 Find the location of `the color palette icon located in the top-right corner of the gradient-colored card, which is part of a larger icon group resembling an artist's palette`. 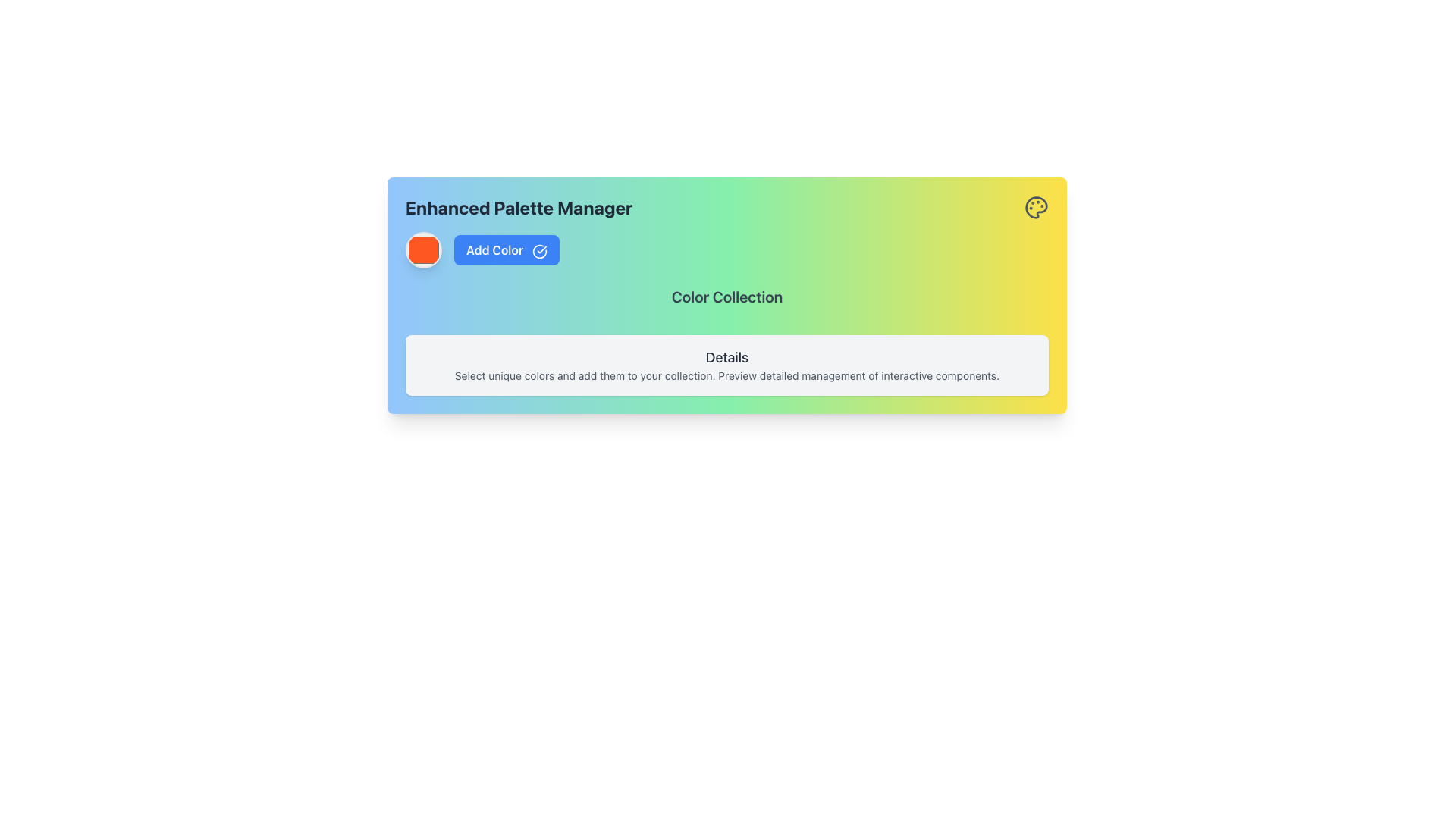

the color palette icon located in the top-right corner of the gradient-colored card, which is part of a larger icon group resembling an artist's palette is located at coordinates (1036, 207).